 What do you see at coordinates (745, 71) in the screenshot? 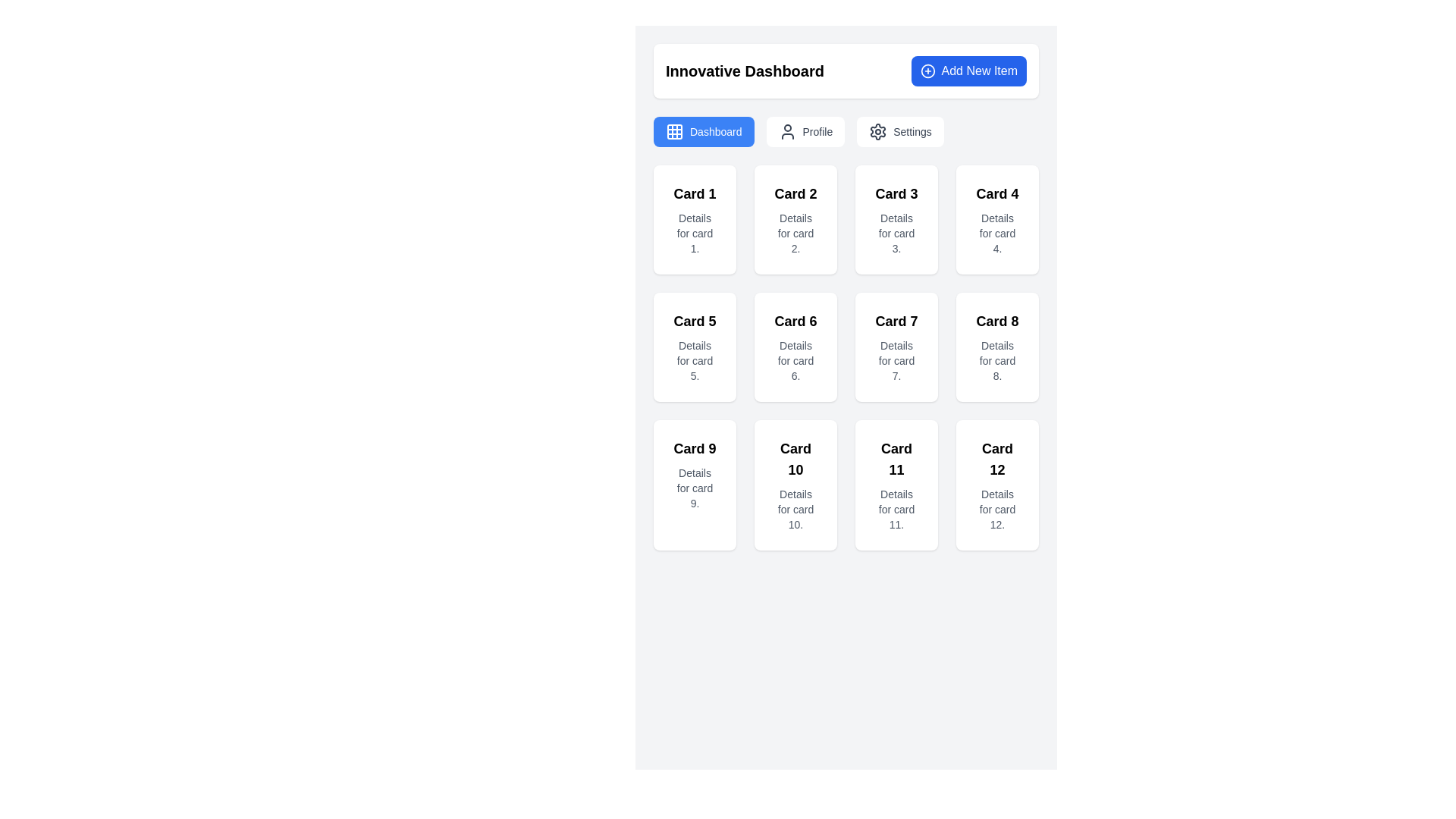
I see `the text heading 'Innovative Dashboard' styled with a large, bold font located at the top-left section of the interface` at bounding box center [745, 71].